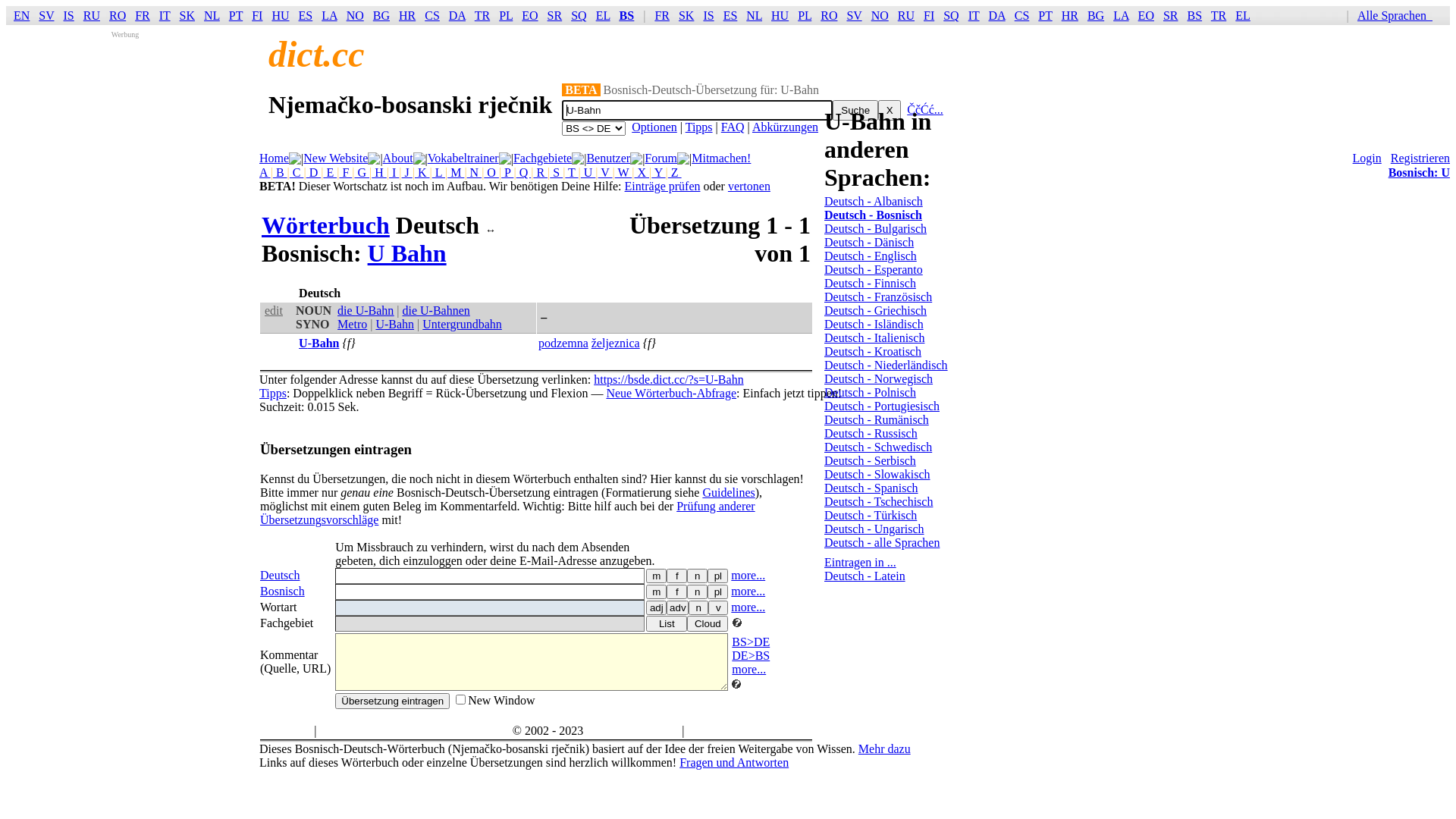 Image resolution: width=1456 pixels, height=819 pixels. I want to click on 'Fachgebiete', so click(513, 158).